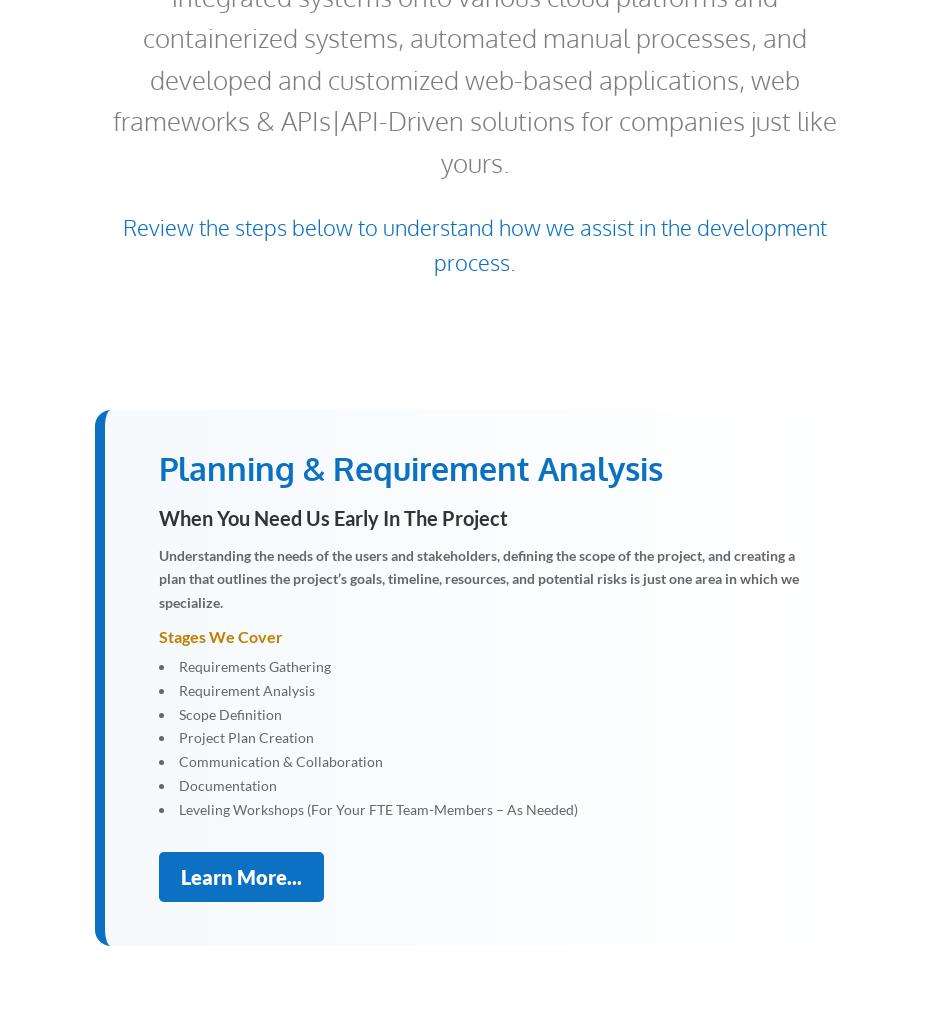  I want to click on 'When You Need Us Early In The Project', so click(332, 517).